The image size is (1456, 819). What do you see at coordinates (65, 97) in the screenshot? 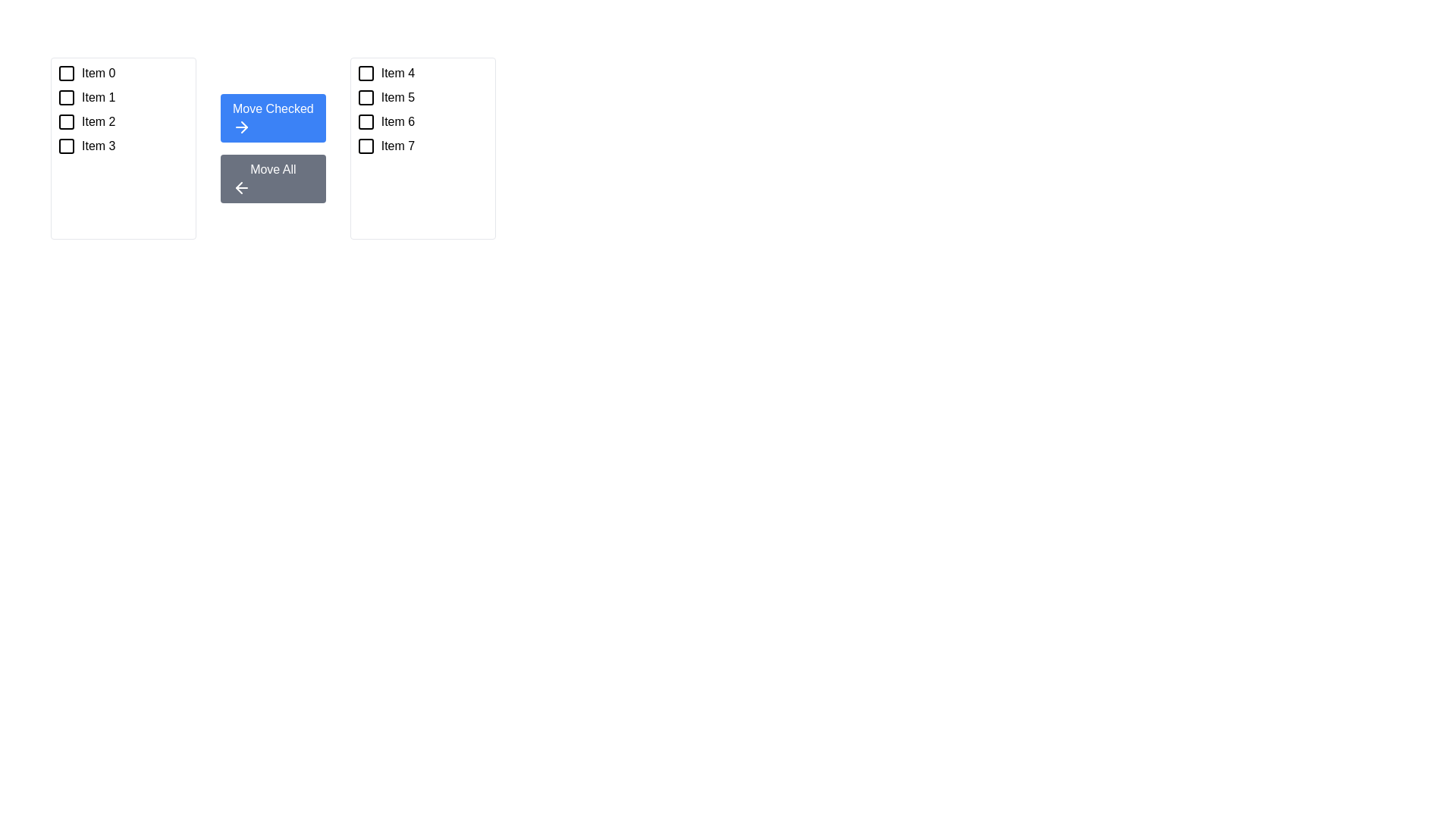
I see `the first checkbox next to the label 'Item 1'` at bounding box center [65, 97].